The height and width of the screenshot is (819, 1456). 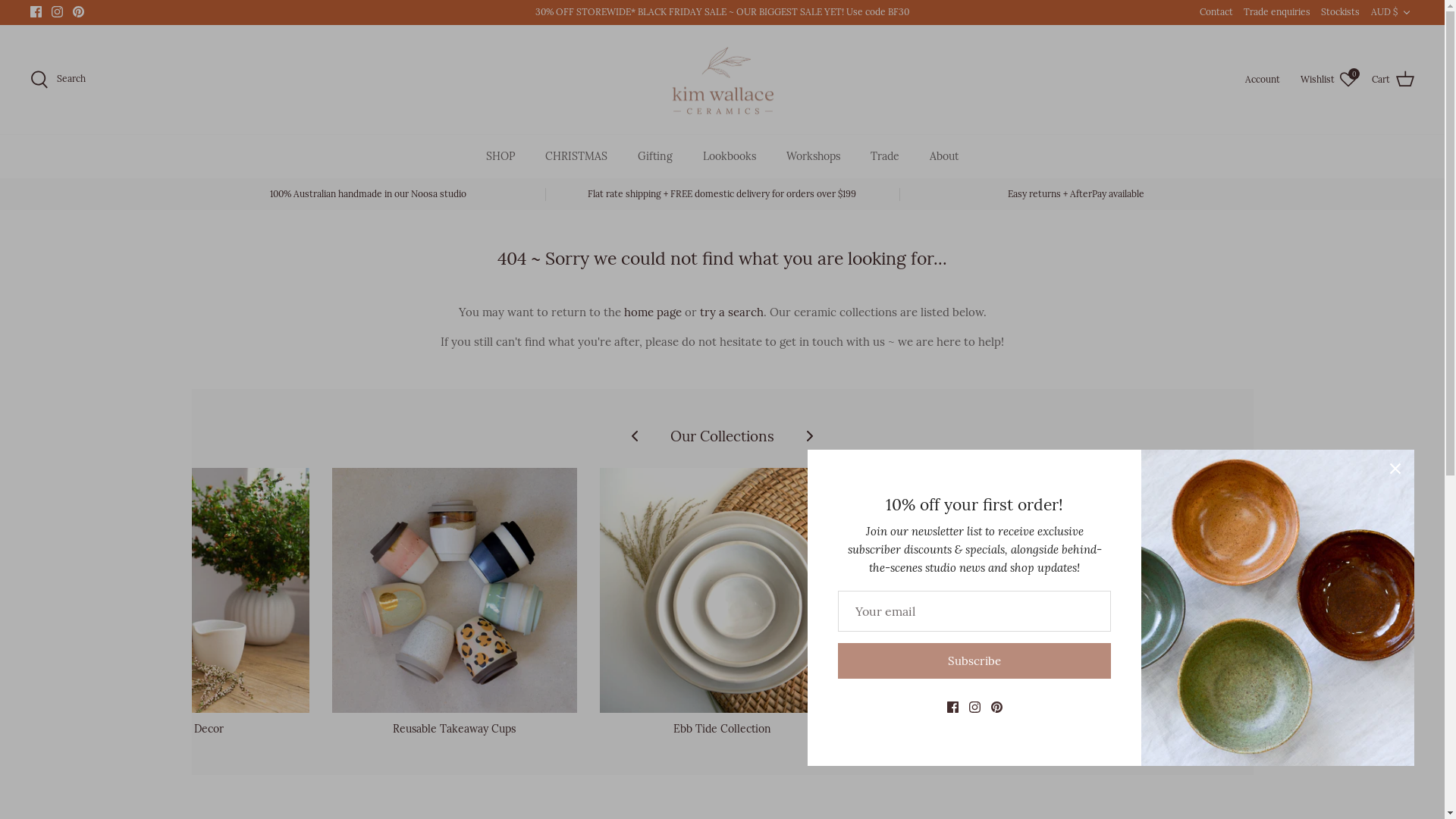 I want to click on 'Cart', so click(x=1372, y=79).